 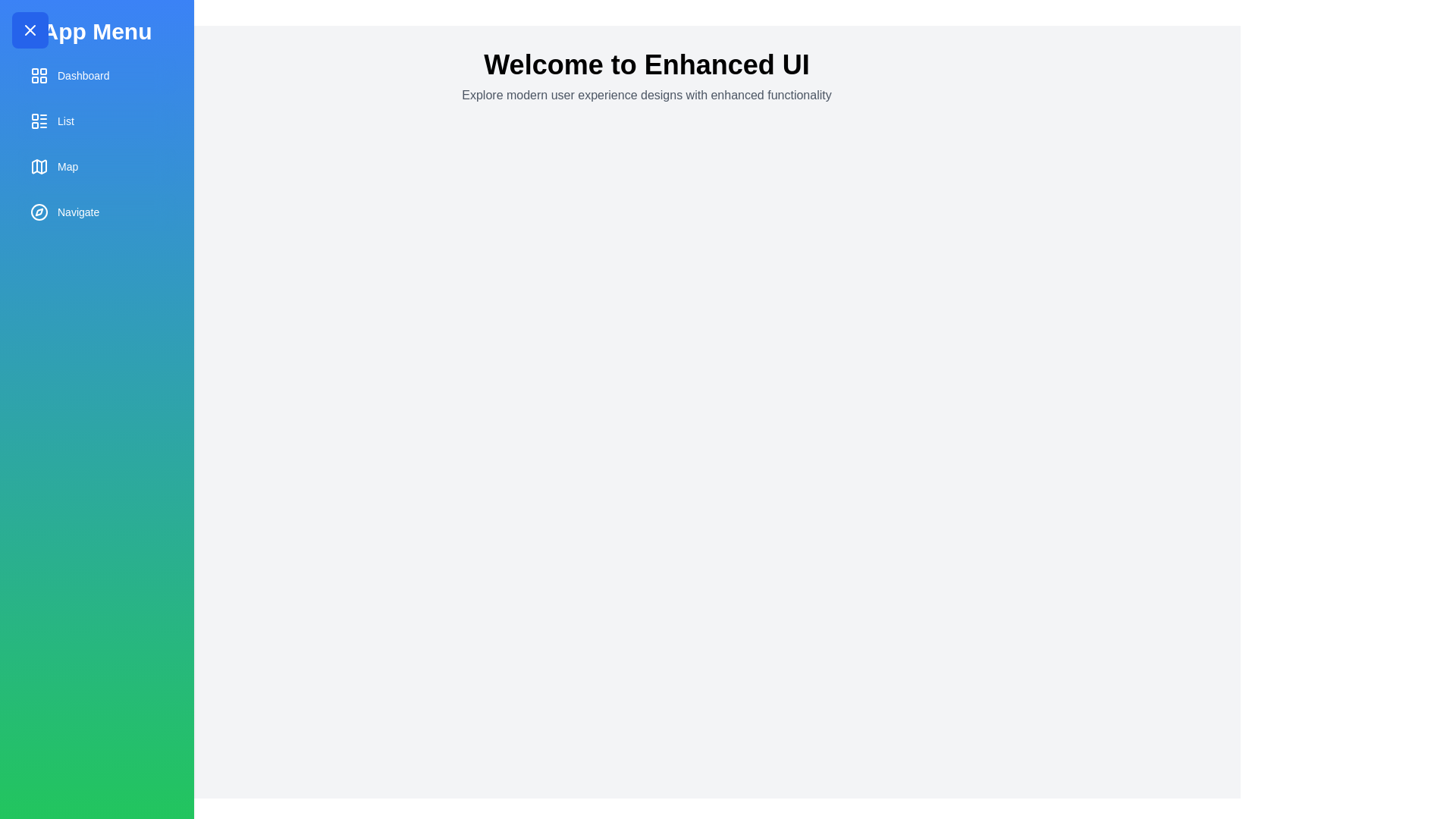 What do you see at coordinates (30, 30) in the screenshot?
I see `the toggle button at the top-left corner to toggle the visibility of the drawer menu` at bounding box center [30, 30].